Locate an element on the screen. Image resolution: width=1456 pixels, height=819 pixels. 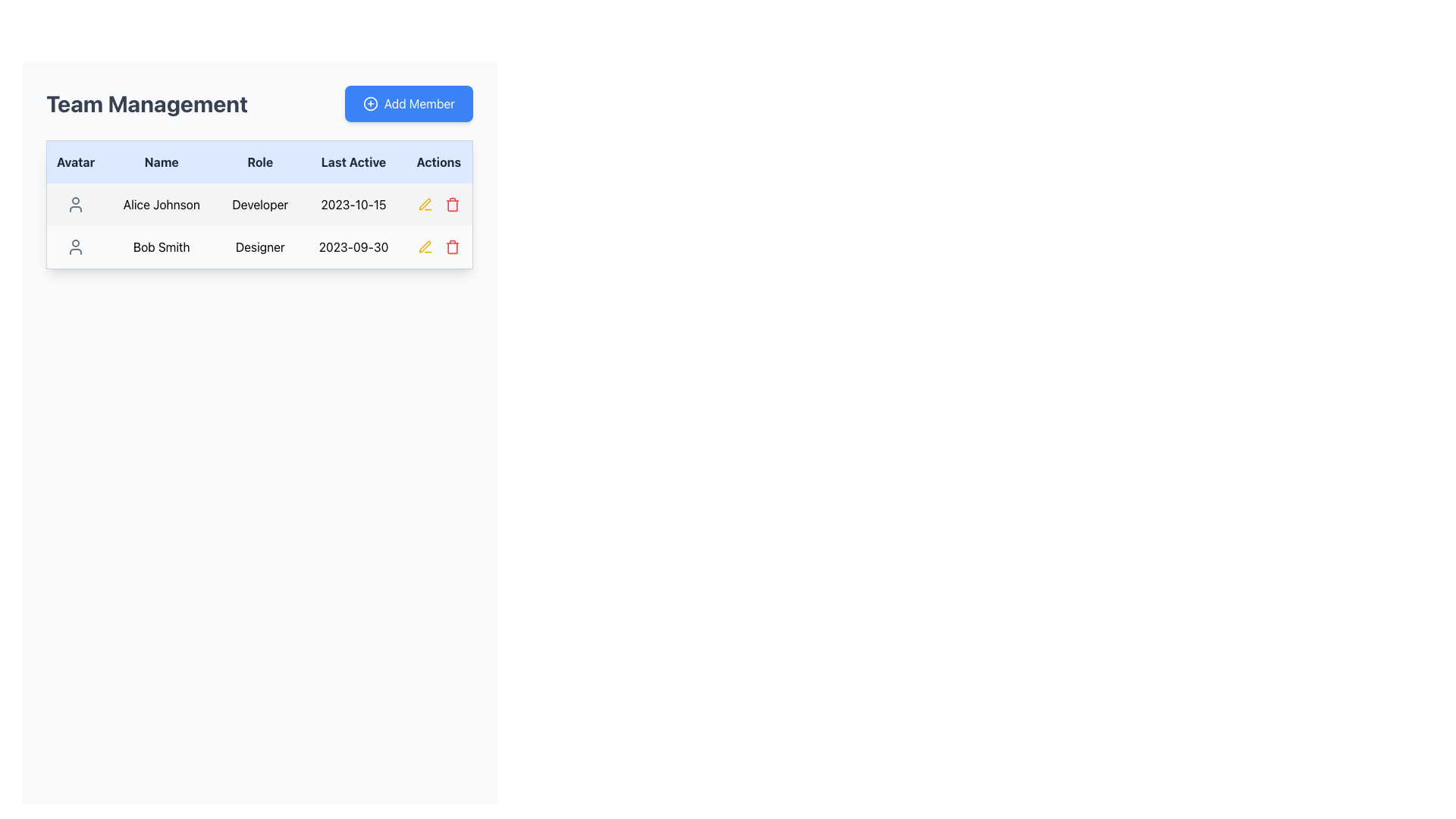
the 'Add Member' button with a blue background and white text located in the top-right corner of the 'Team Management' section to observe interaction effects is located at coordinates (409, 103).